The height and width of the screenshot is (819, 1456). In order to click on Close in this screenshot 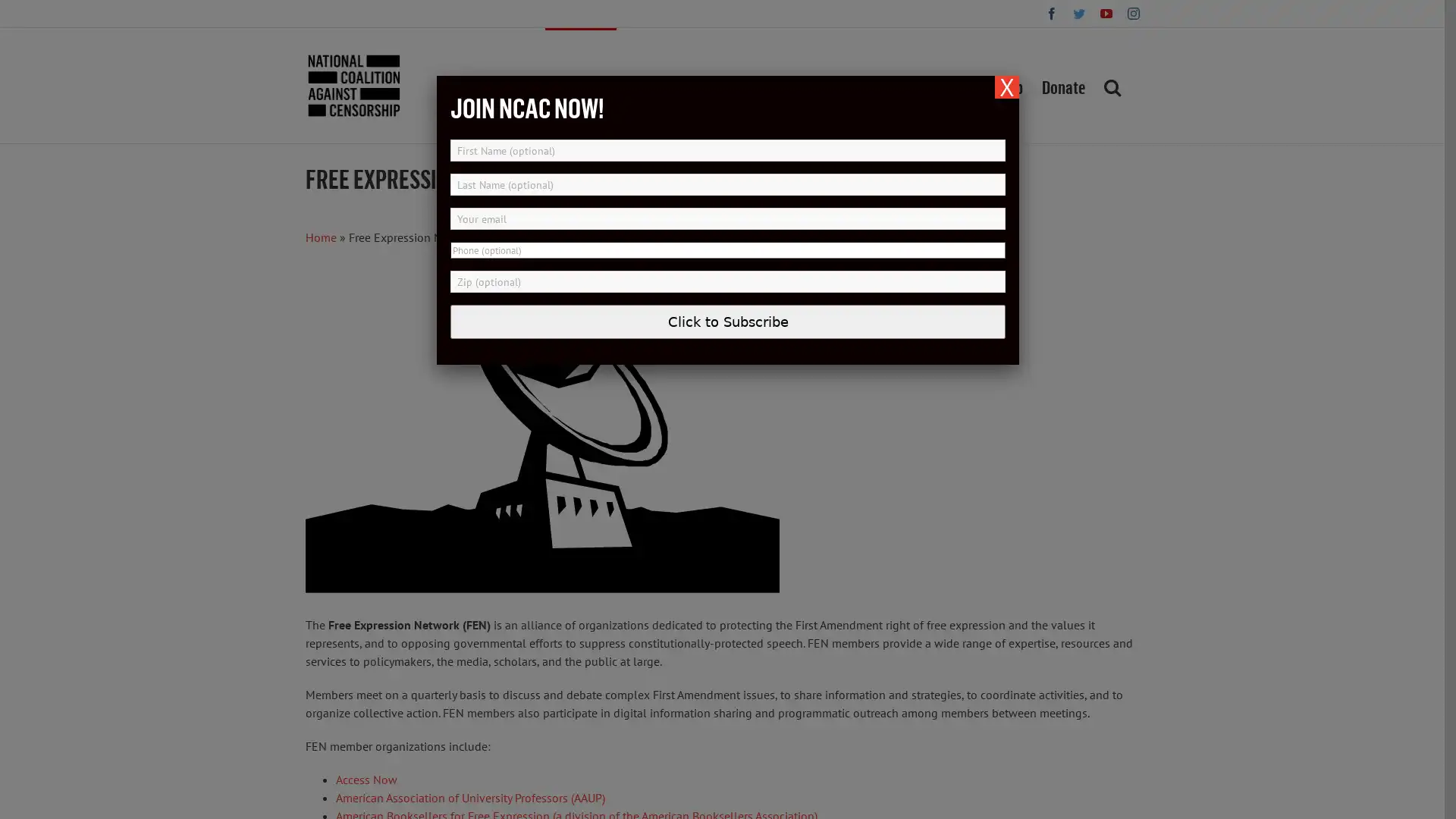, I will do `click(1007, 87)`.